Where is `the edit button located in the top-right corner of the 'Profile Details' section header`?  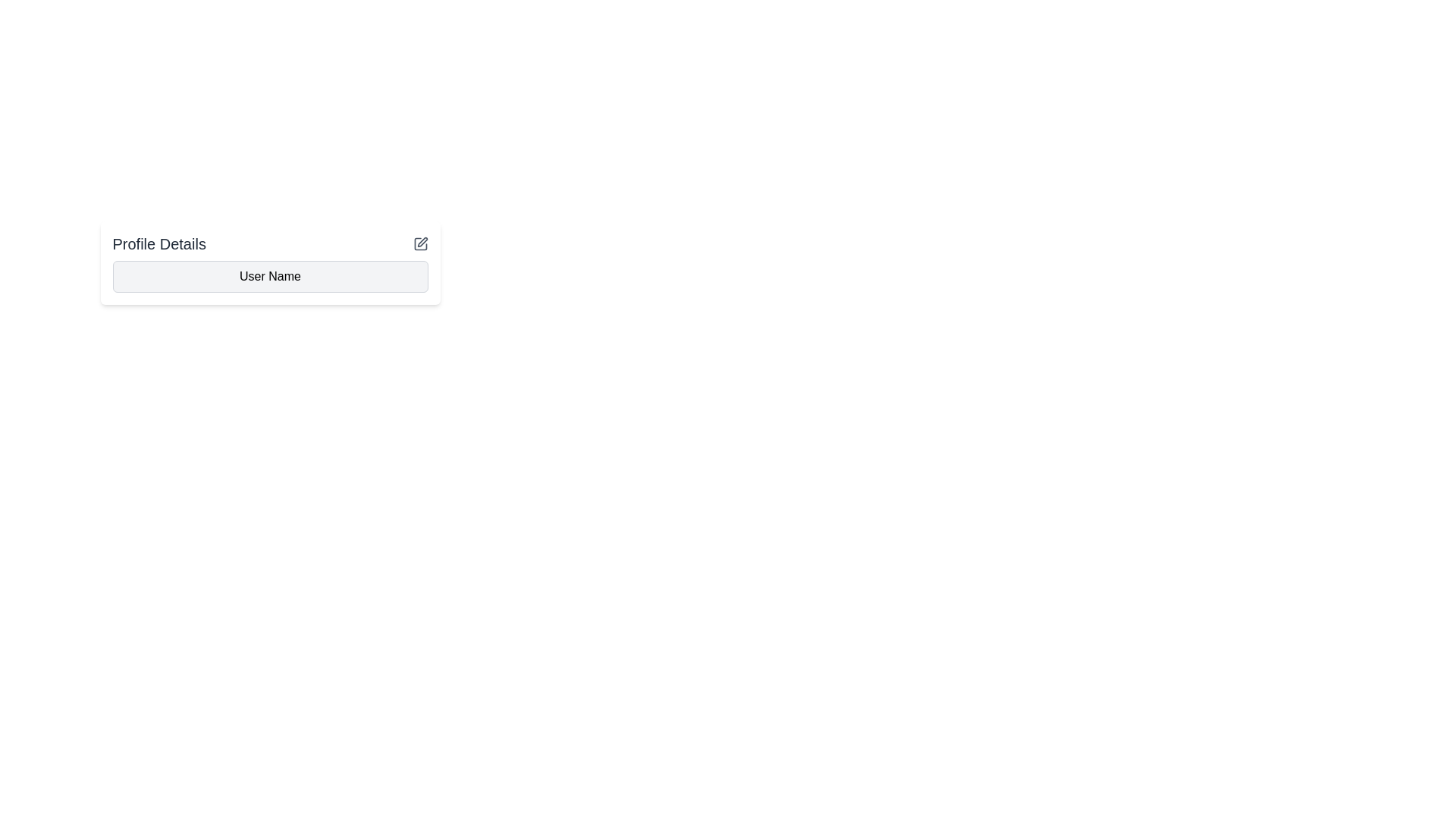 the edit button located in the top-right corner of the 'Profile Details' section header is located at coordinates (420, 243).